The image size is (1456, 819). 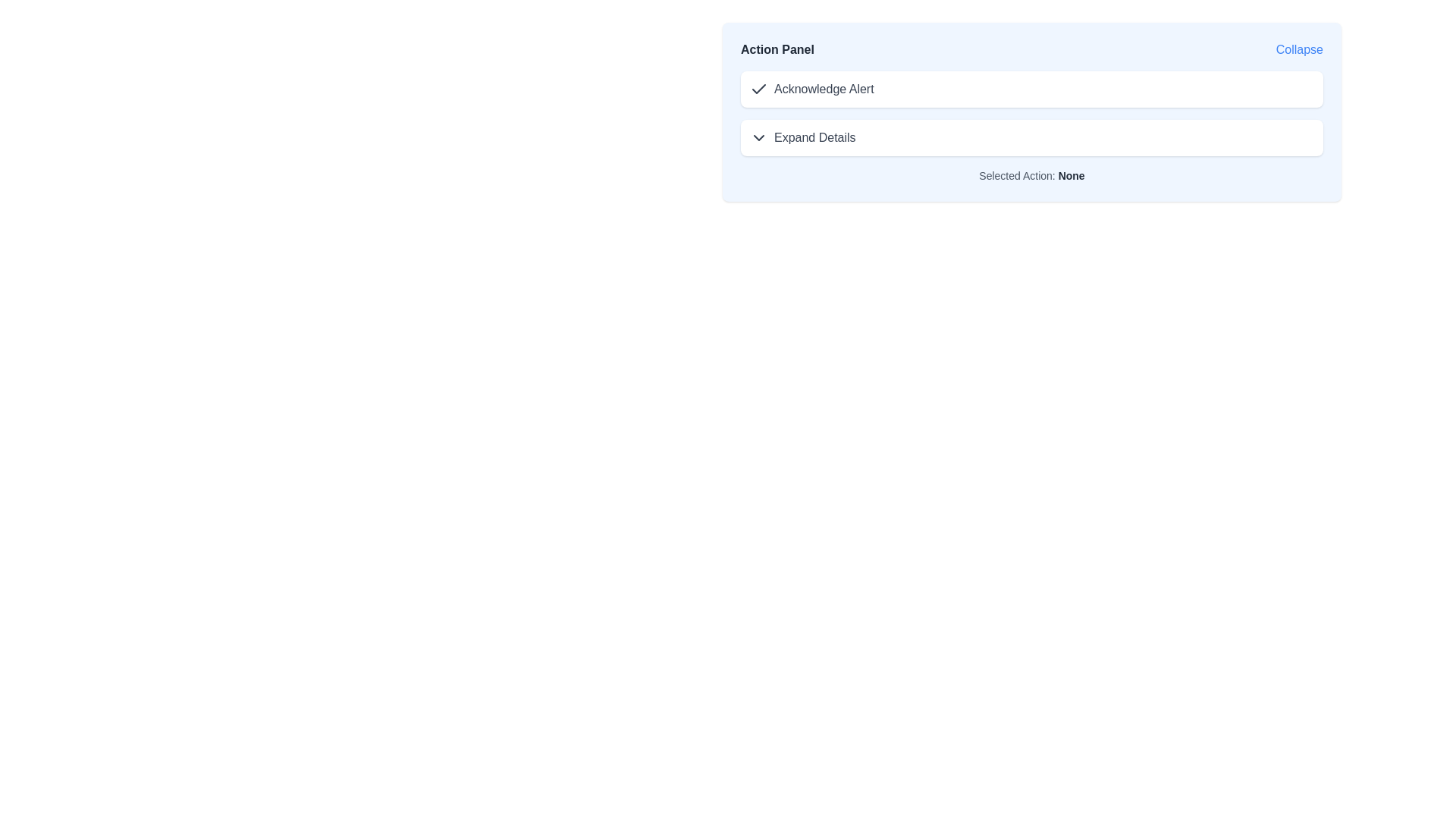 What do you see at coordinates (802, 137) in the screenshot?
I see `the 'Expand Details' interactive button with a downward arrow icon` at bounding box center [802, 137].